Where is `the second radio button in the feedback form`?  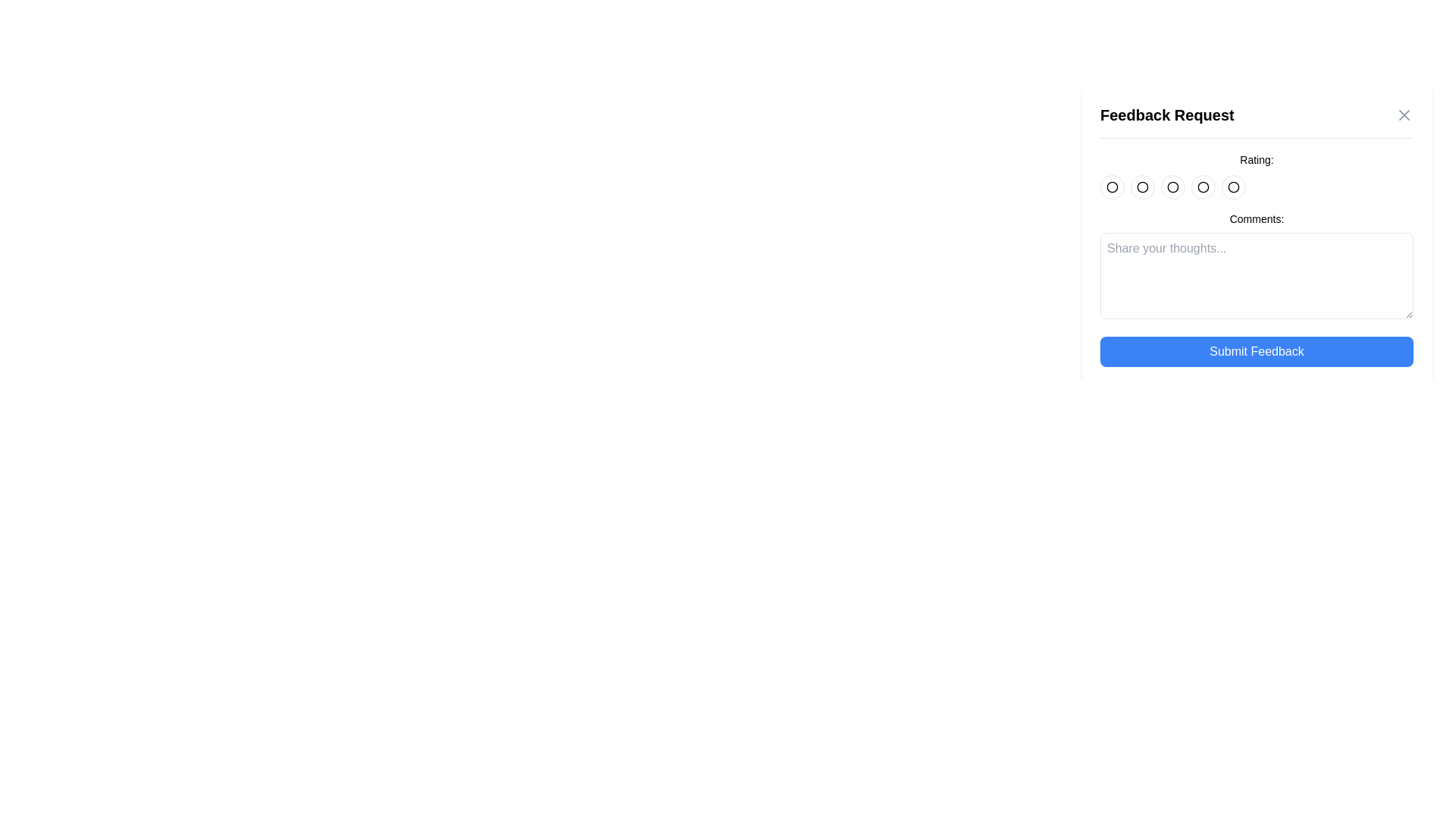 the second radio button in the feedback form is located at coordinates (1143, 186).